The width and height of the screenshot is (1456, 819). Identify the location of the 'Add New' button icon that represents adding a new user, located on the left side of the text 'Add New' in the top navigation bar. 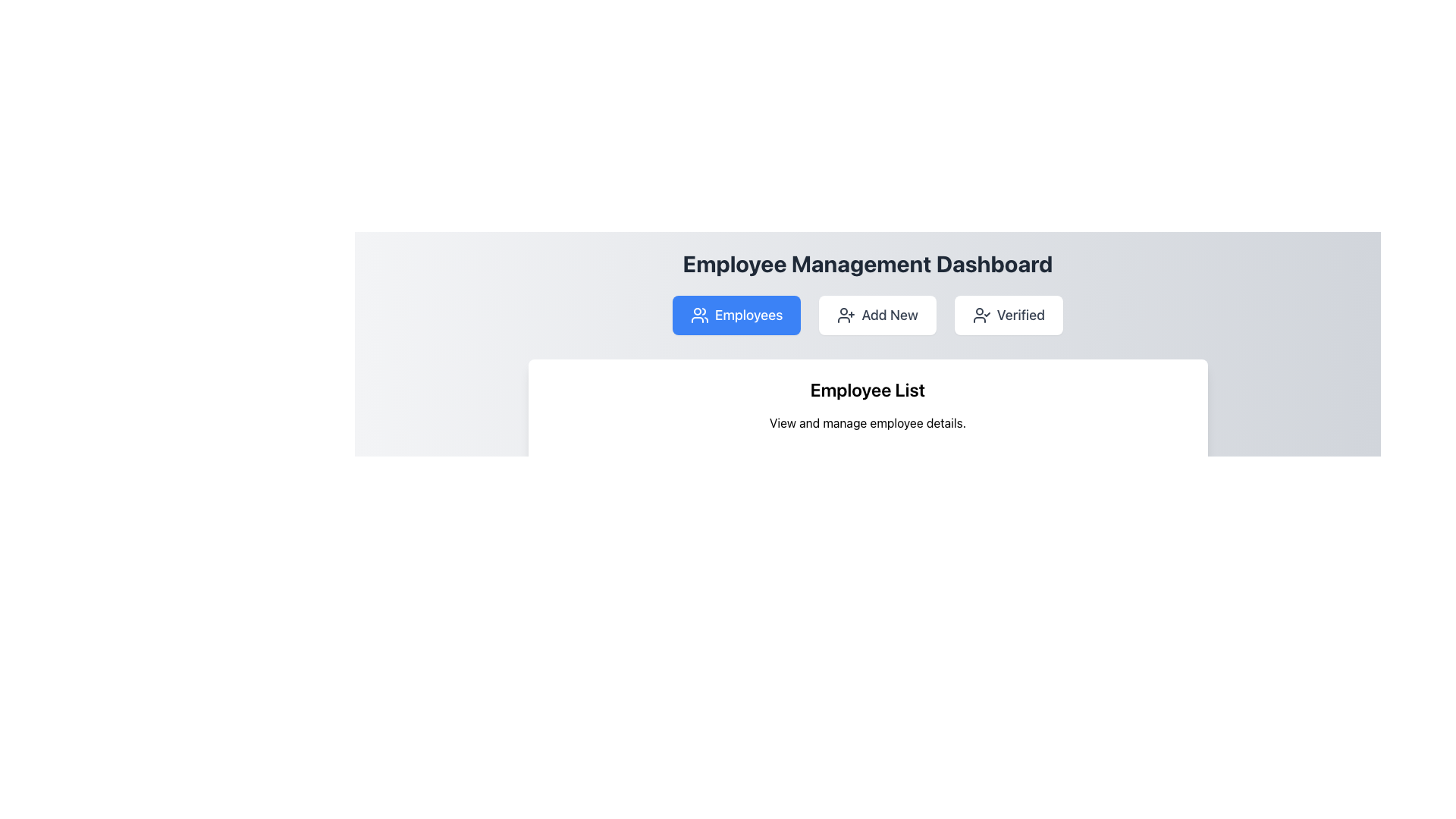
(846, 315).